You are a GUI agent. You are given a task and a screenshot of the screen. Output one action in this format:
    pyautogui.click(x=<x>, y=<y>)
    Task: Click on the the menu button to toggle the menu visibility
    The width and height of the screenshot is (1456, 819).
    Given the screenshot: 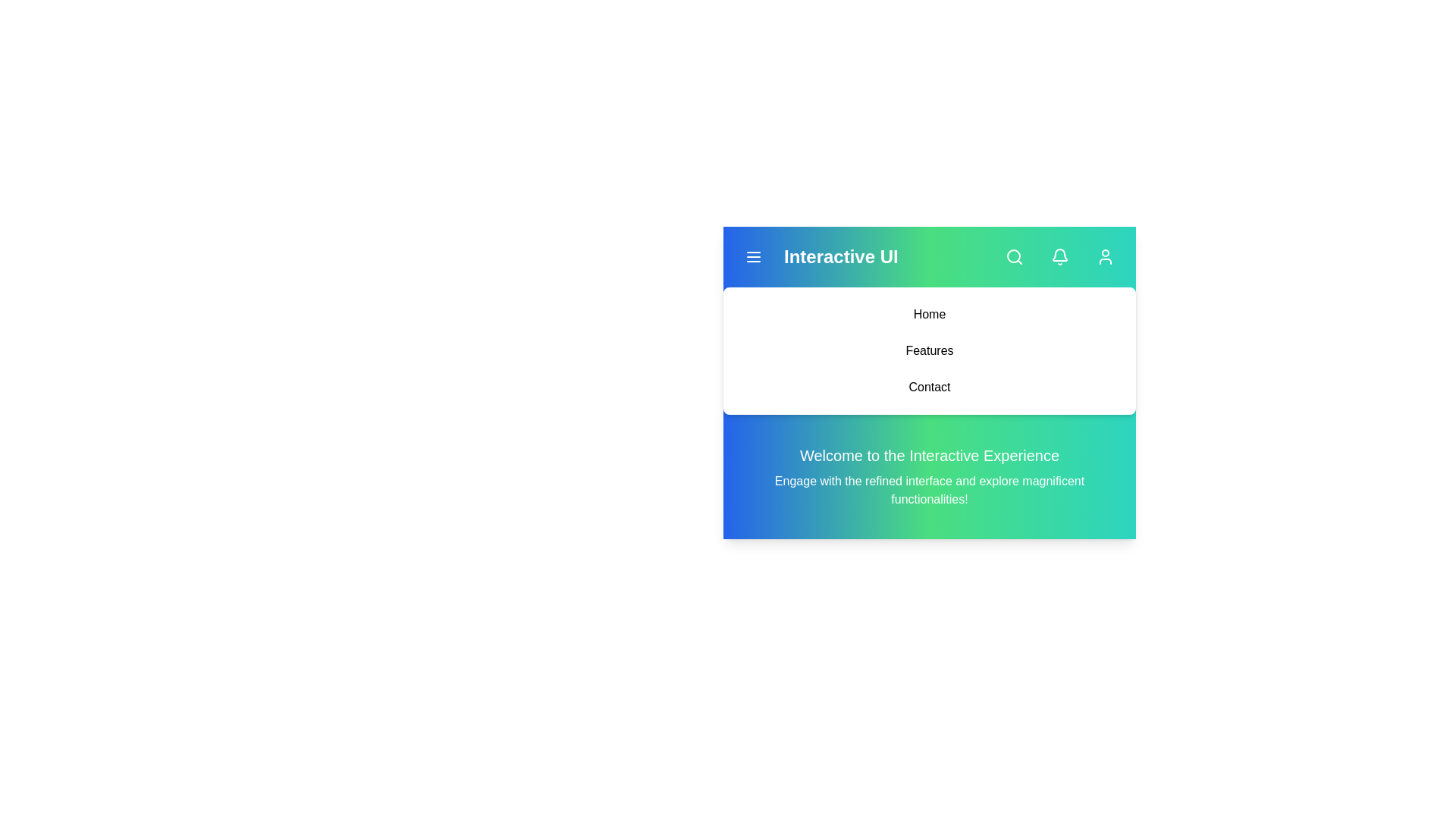 What is the action you would take?
    pyautogui.click(x=753, y=256)
    